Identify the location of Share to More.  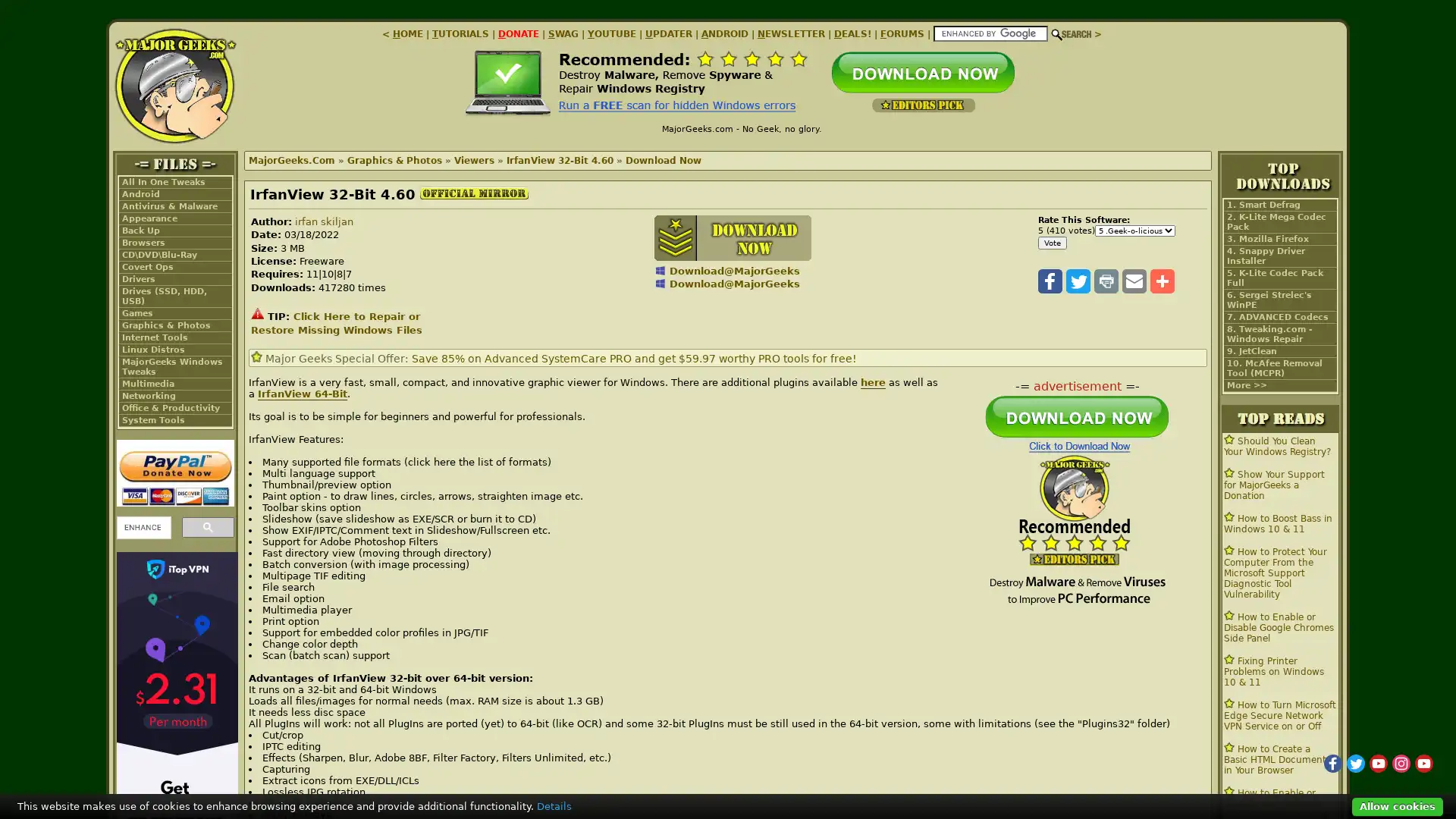
(1161, 281).